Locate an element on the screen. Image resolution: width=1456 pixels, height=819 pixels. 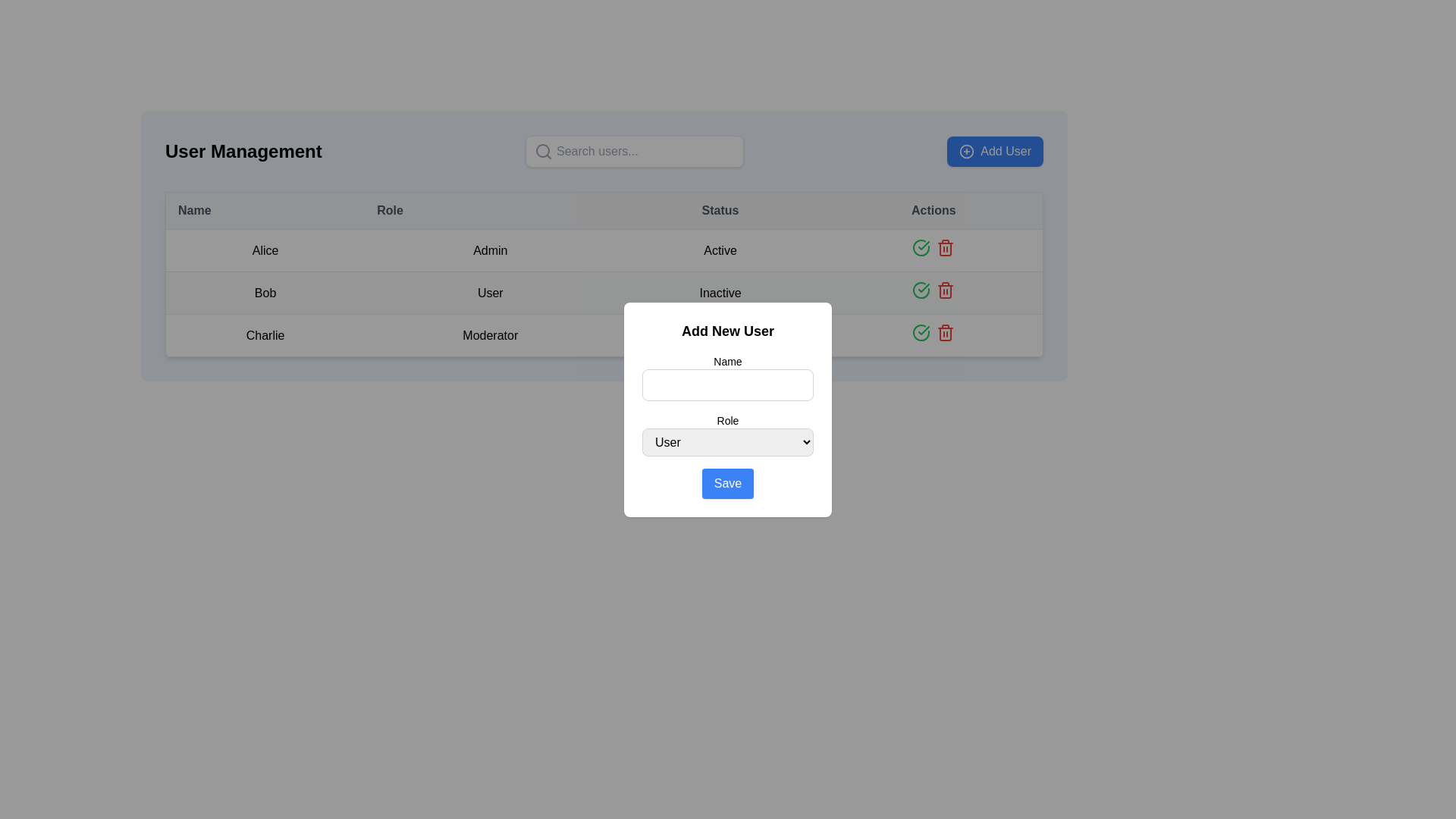
the small circular magnifying glass icon located to the left of the input field in the search bar interface to associate it with the adjacent text field is located at coordinates (543, 152).